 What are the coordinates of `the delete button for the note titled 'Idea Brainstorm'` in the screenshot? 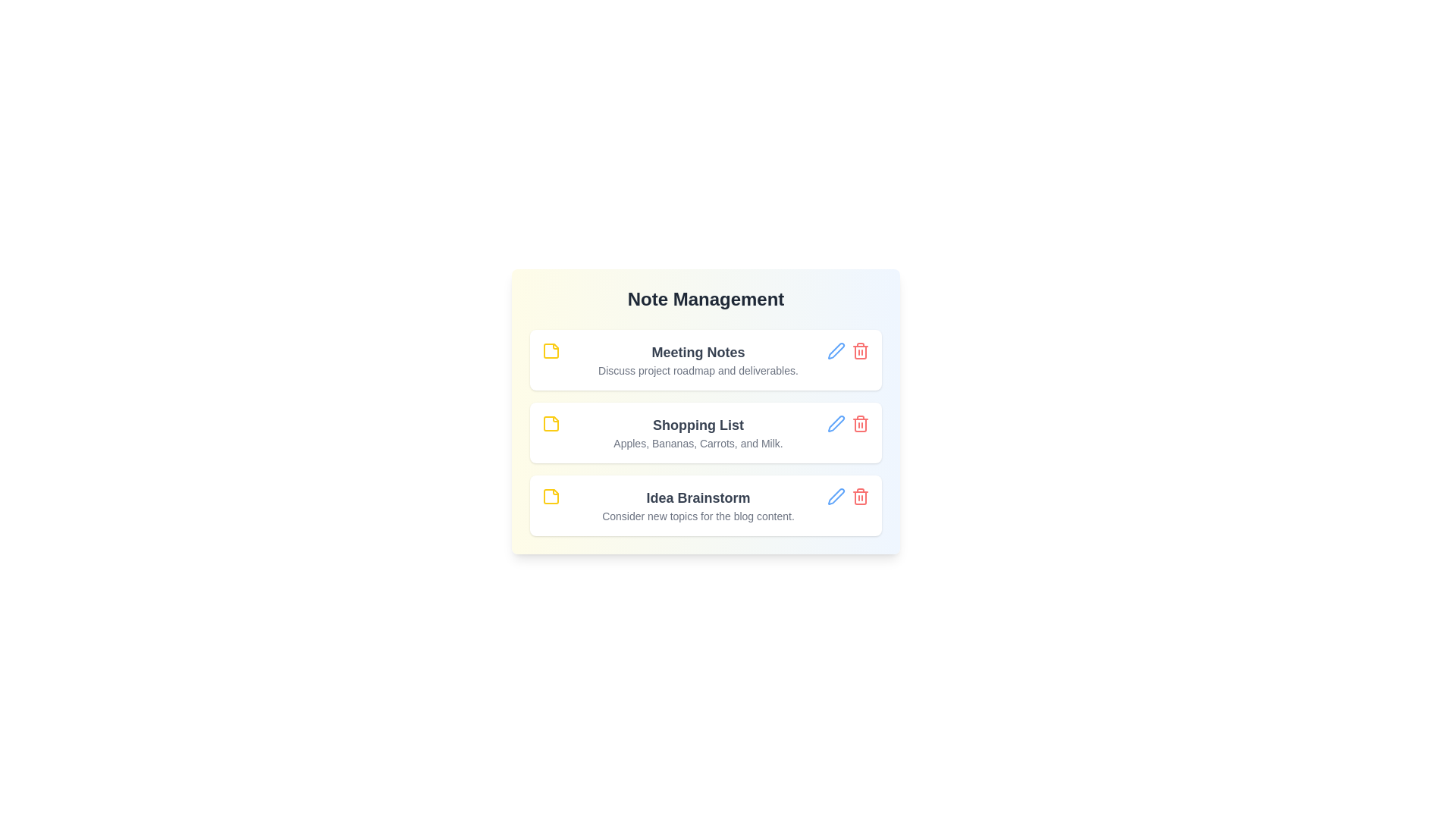 It's located at (860, 497).